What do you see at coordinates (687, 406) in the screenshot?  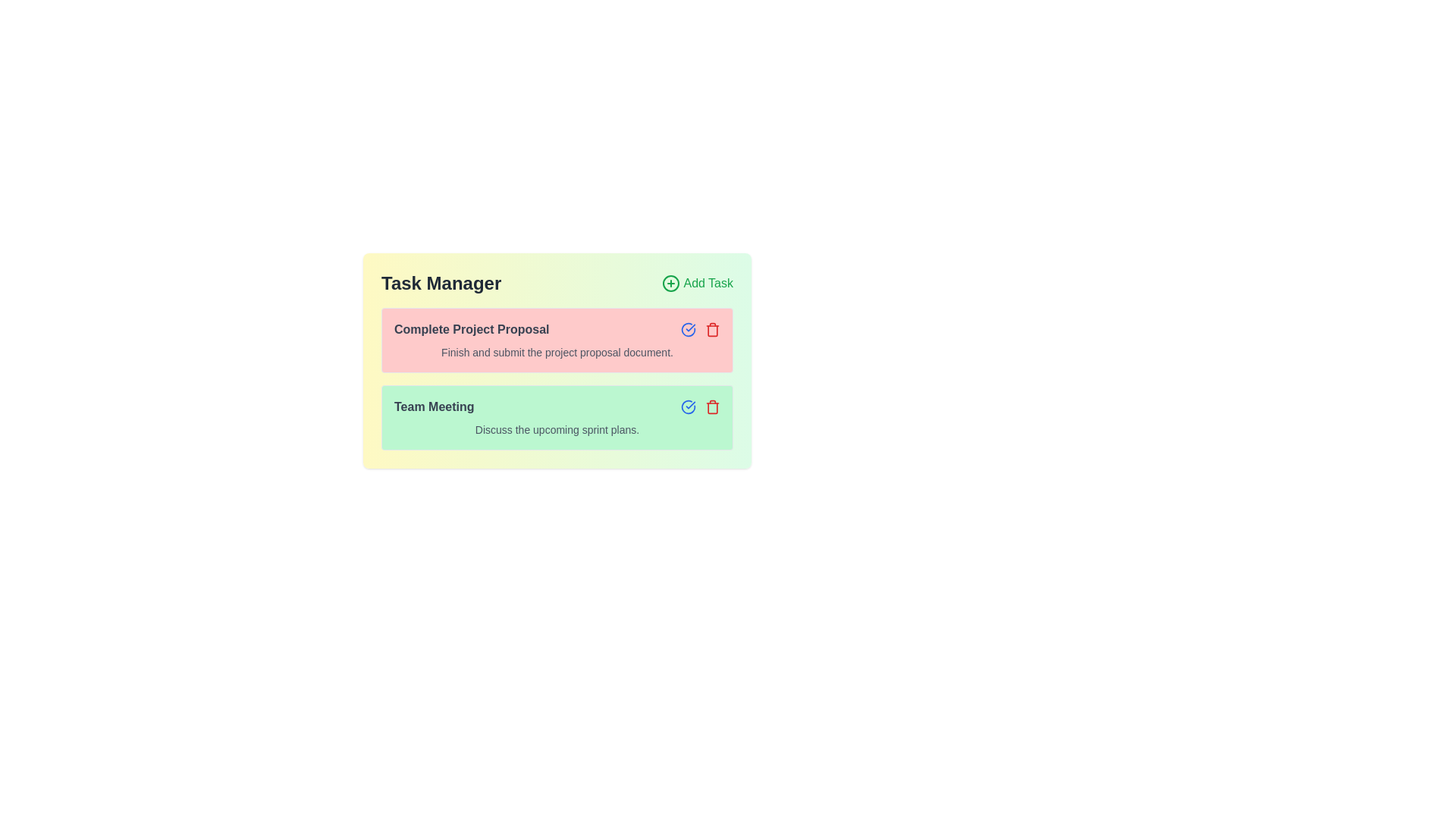 I see `the blue circular icon with a checkmark symbol to mark the task as complete, located to the right of the 'Team Meeting' task description in the green highlighted task section under 'Task Manager'` at bounding box center [687, 406].